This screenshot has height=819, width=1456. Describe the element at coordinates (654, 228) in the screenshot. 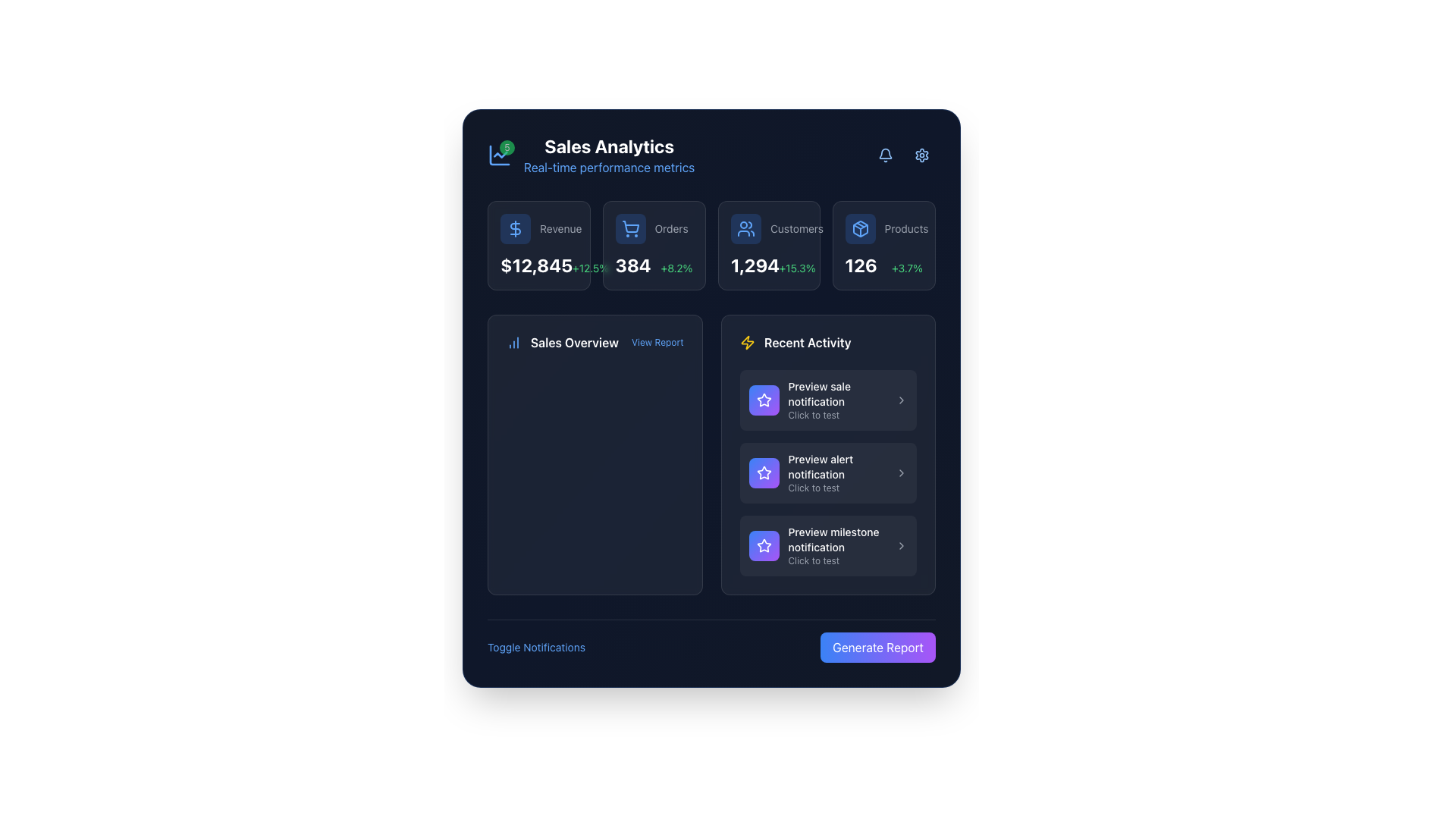

I see `the 'Orders' text label located in the top central area of the interface, which identifies the data category presented in the related card` at that location.